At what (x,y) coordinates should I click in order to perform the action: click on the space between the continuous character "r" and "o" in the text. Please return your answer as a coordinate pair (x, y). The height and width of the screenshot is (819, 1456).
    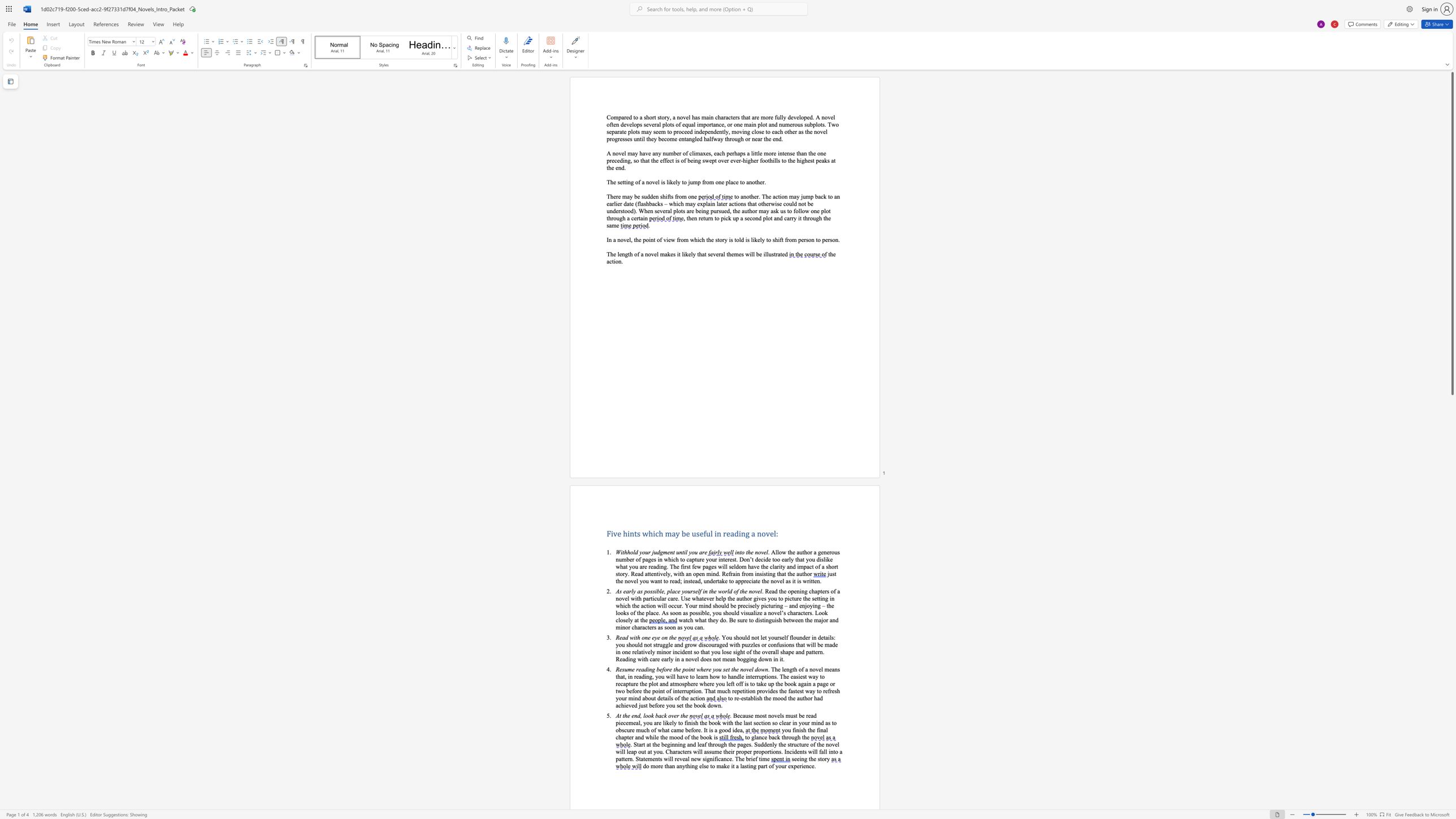
    Looking at the image, I should click on (788, 736).